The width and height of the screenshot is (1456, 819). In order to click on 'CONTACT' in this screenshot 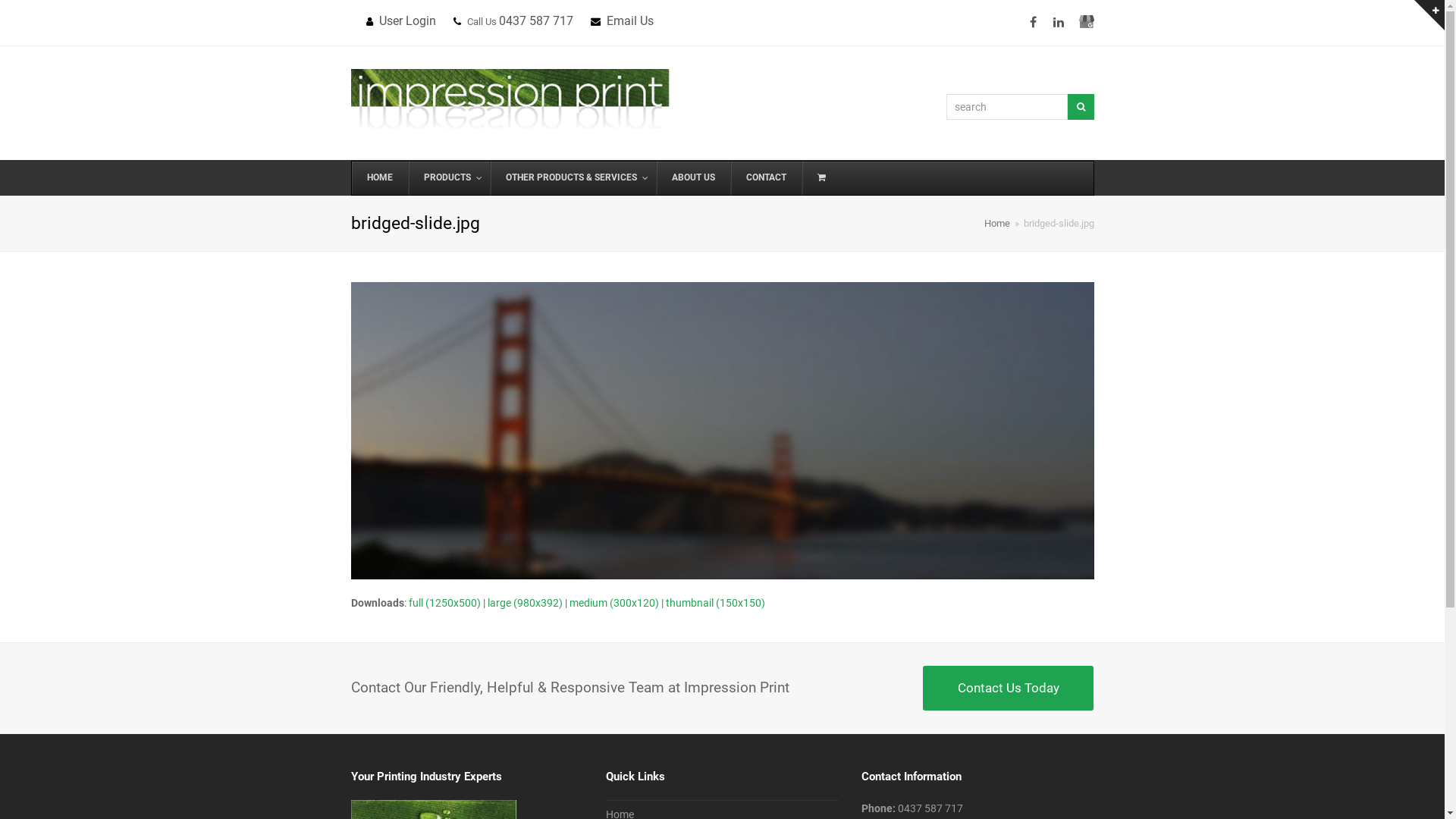, I will do `click(764, 177)`.